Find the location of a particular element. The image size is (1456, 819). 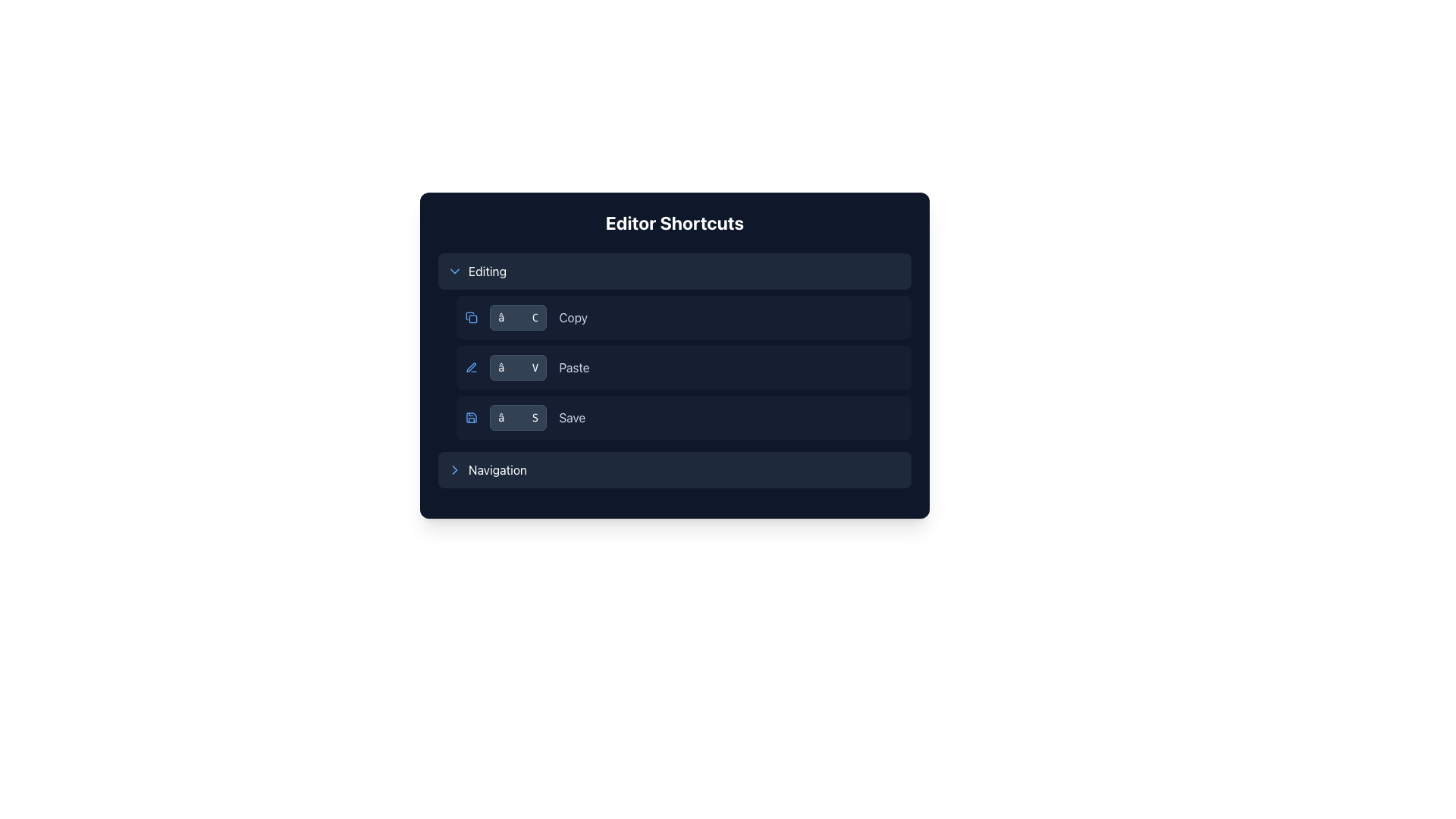

the keyboard shortcut associated with the 'Save' action in the Shortcut indicator panel, which displays '⌘ S' is located at coordinates (683, 418).